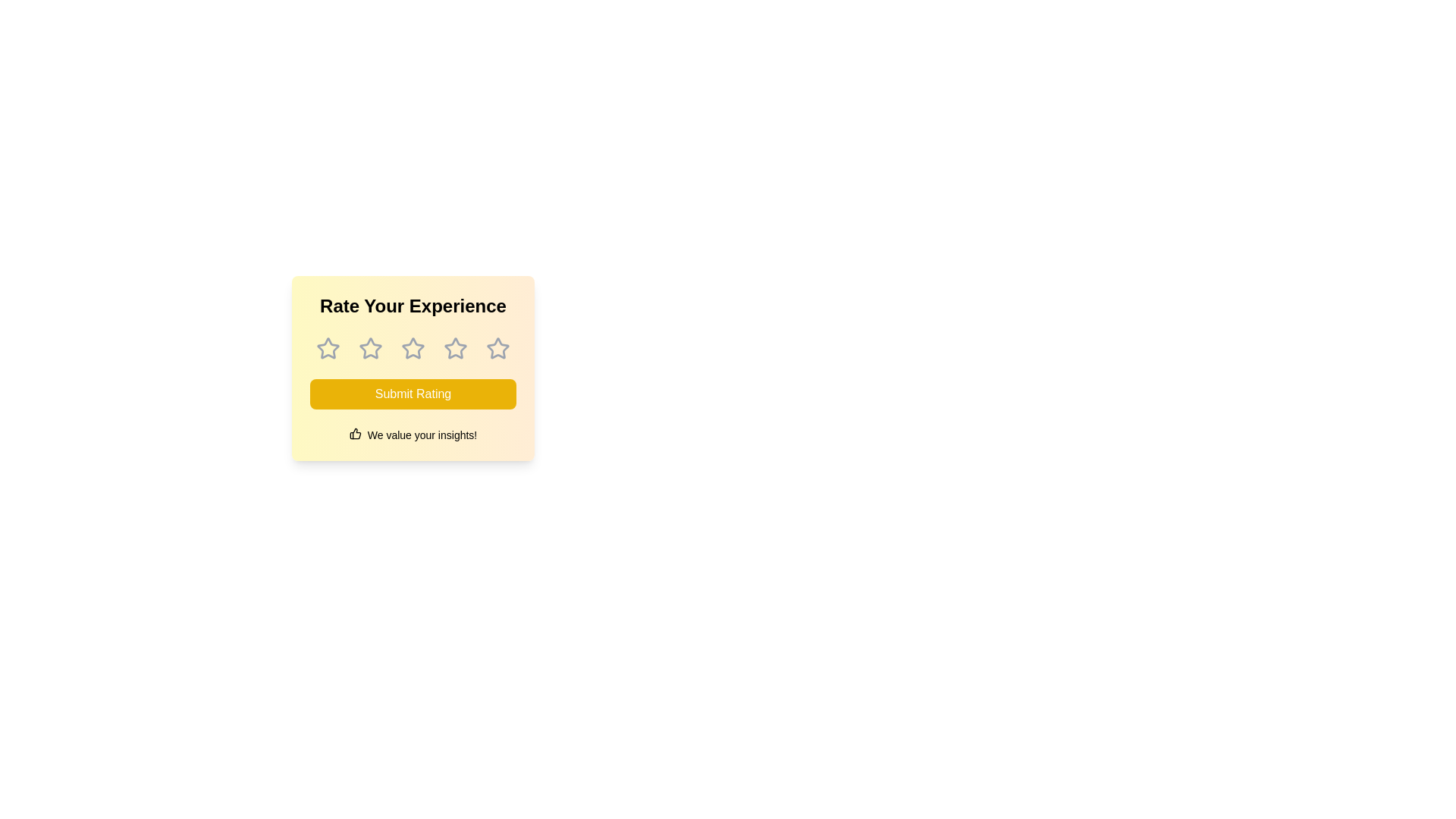 The height and width of the screenshot is (819, 1456). What do you see at coordinates (371, 348) in the screenshot?
I see `the second star-shaped rating icon located under the heading 'Rate Your Experience' to rate it` at bounding box center [371, 348].